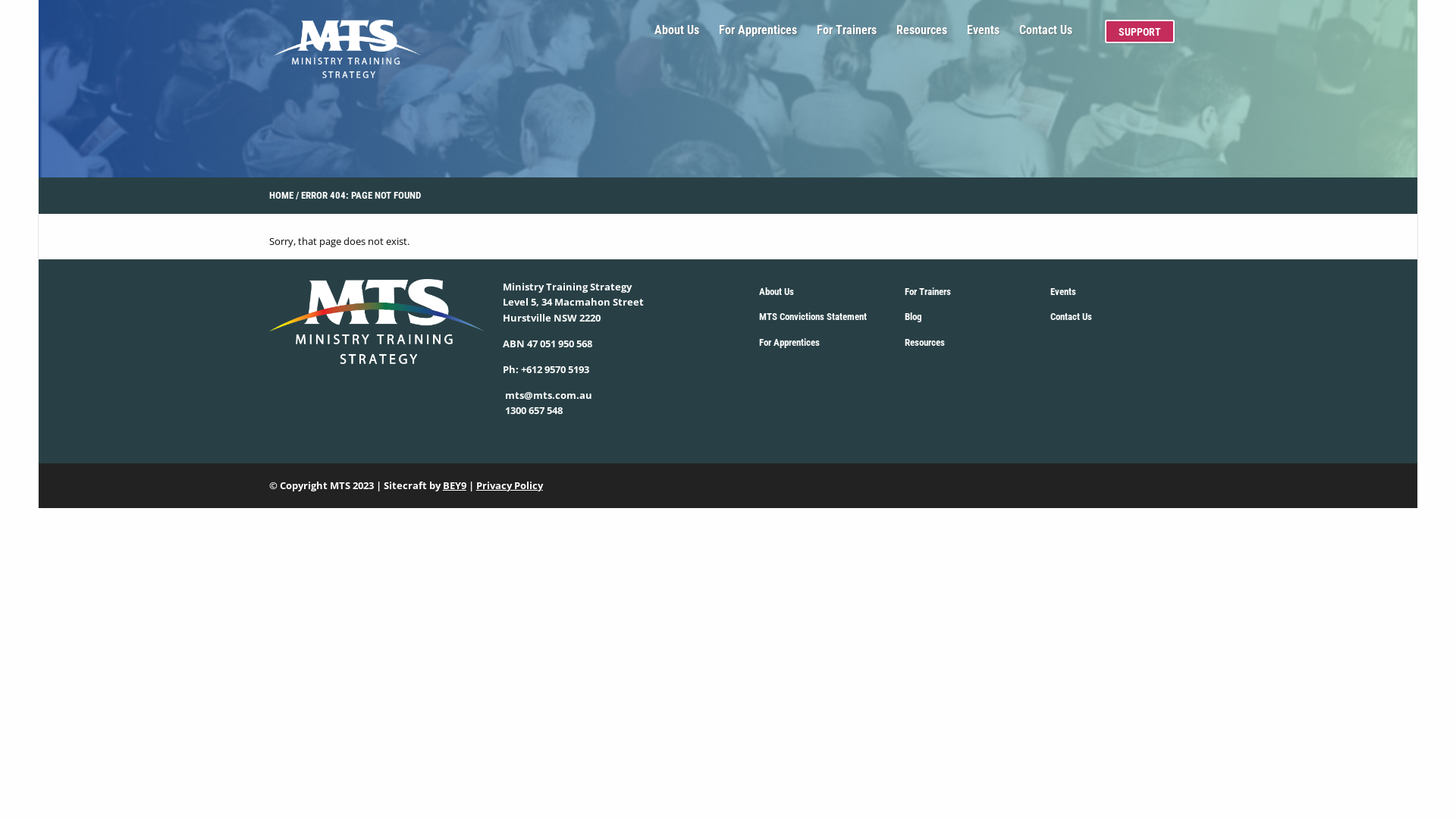 The image size is (1456, 819). Describe the element at coordinates (776, 292) in the screenshot. I see `'About Us'` at that location.